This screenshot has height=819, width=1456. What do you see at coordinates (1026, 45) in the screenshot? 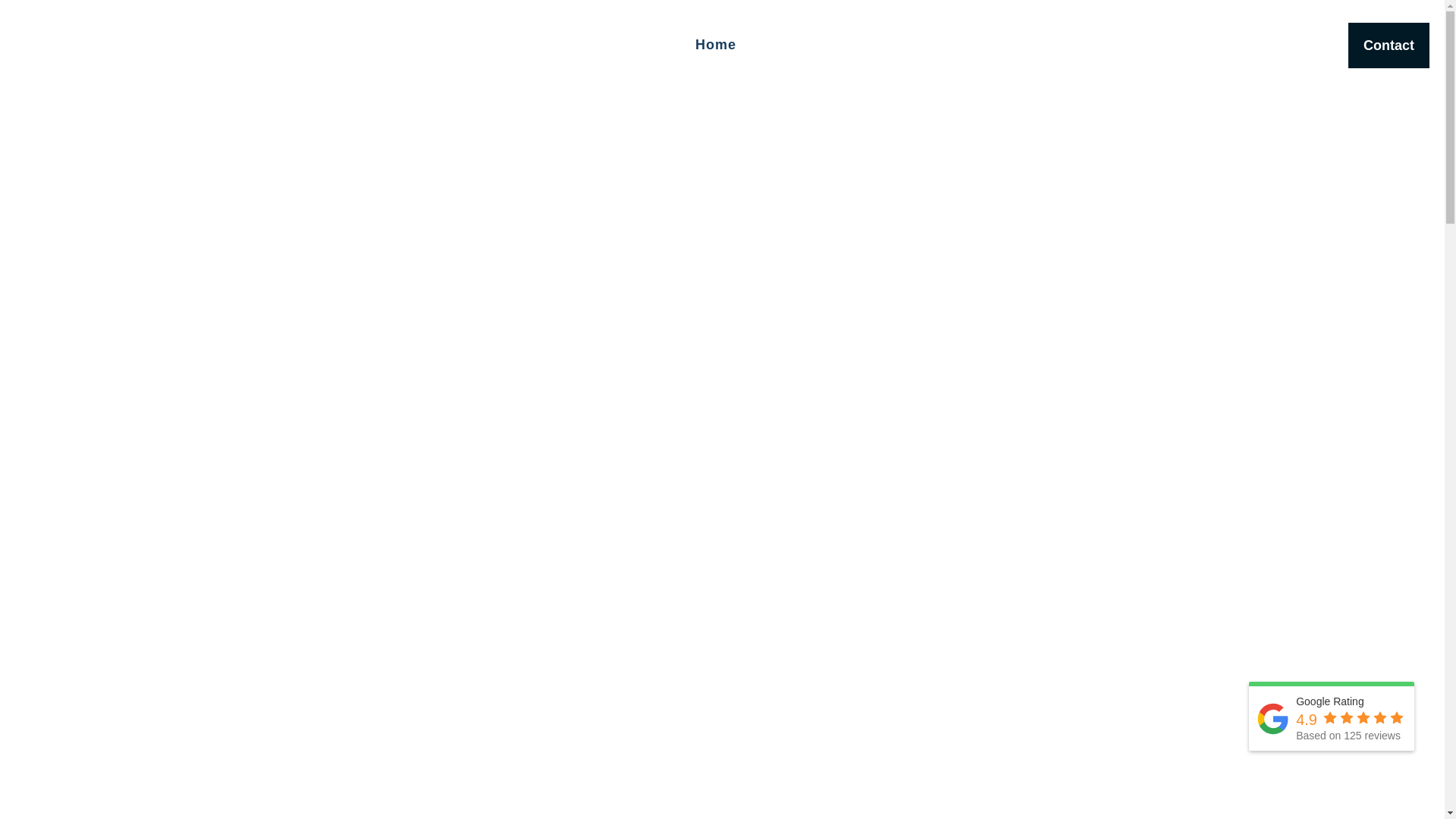
I see `'Rehab Protocols'` at bounding box center [1026, 45].